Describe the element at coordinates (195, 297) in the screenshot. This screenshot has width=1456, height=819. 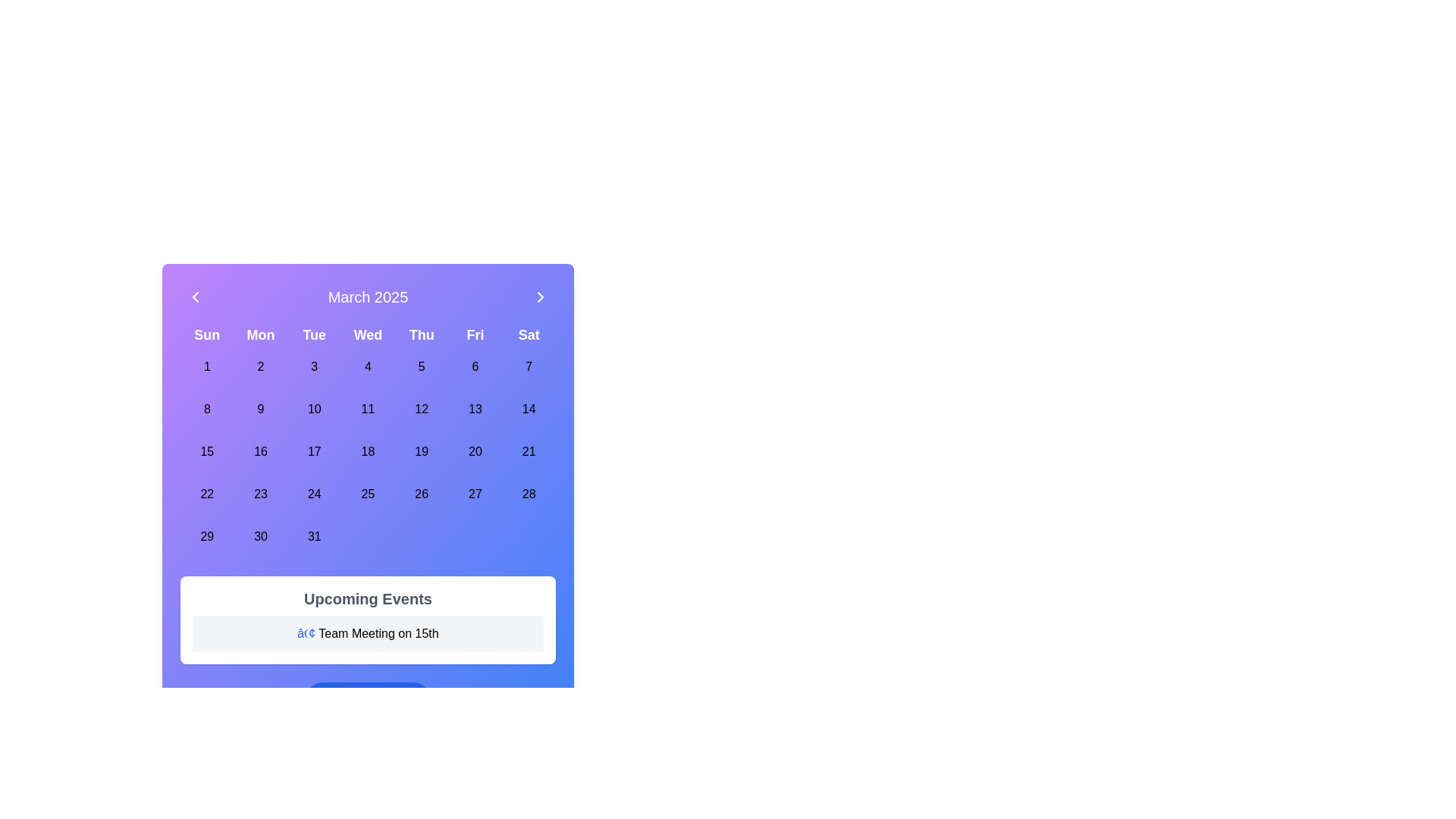
I see `the left-facing chevron arrow SVG icon located in the light purple square button area at the top-left corner of the calendar interface, adjacent to the 'March 2025' heading` at that location.